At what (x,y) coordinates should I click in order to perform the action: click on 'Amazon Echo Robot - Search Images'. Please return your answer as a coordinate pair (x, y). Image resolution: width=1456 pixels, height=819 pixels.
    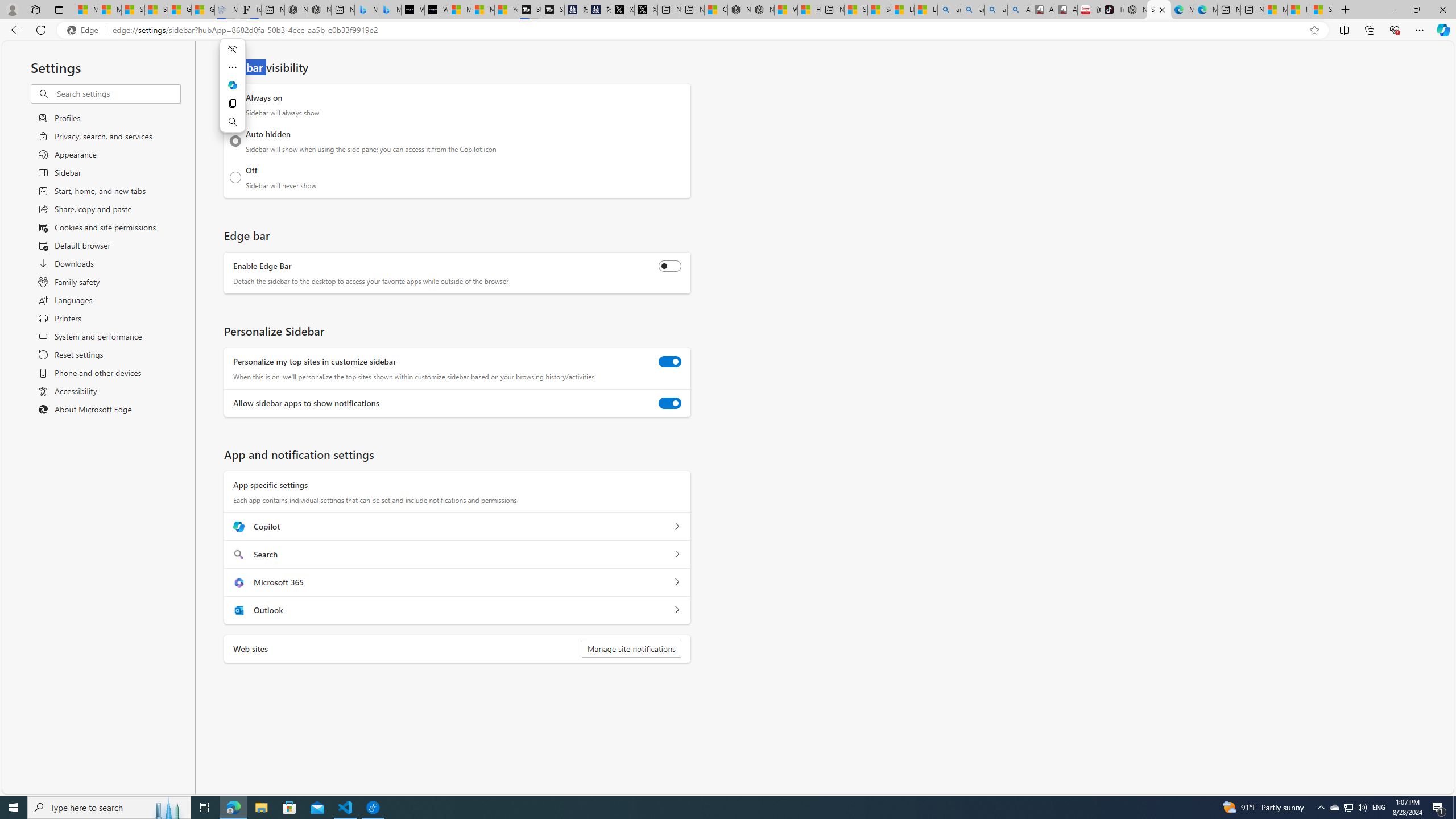
    Looking at the image, I should click on (1019, 9).